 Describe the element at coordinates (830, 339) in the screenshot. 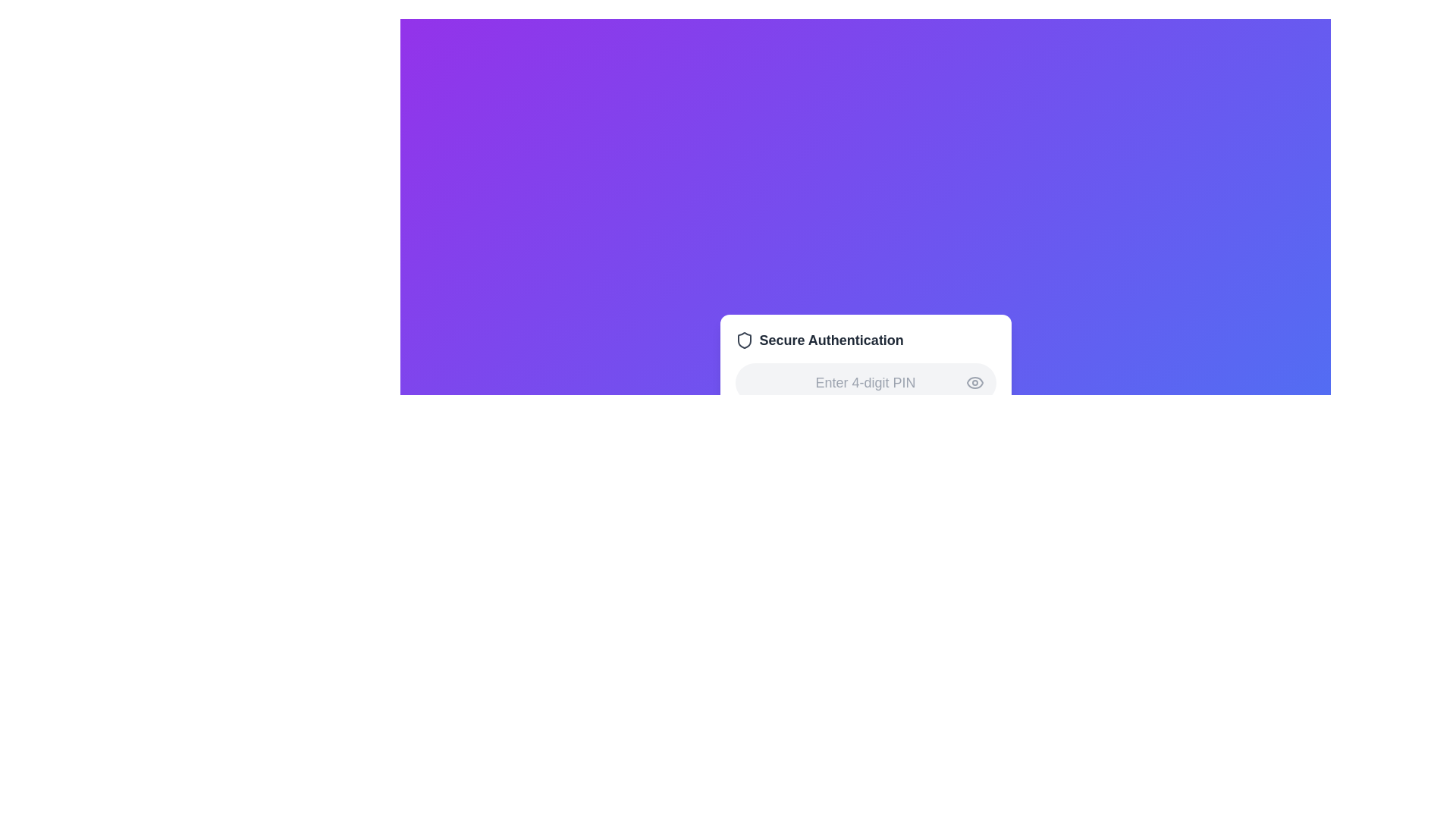

I see `the 'Secure Authentication' text element, which is displayed in bold dark gray font and is part of a security overview UI, located near the top center of a card-like component` at that location.